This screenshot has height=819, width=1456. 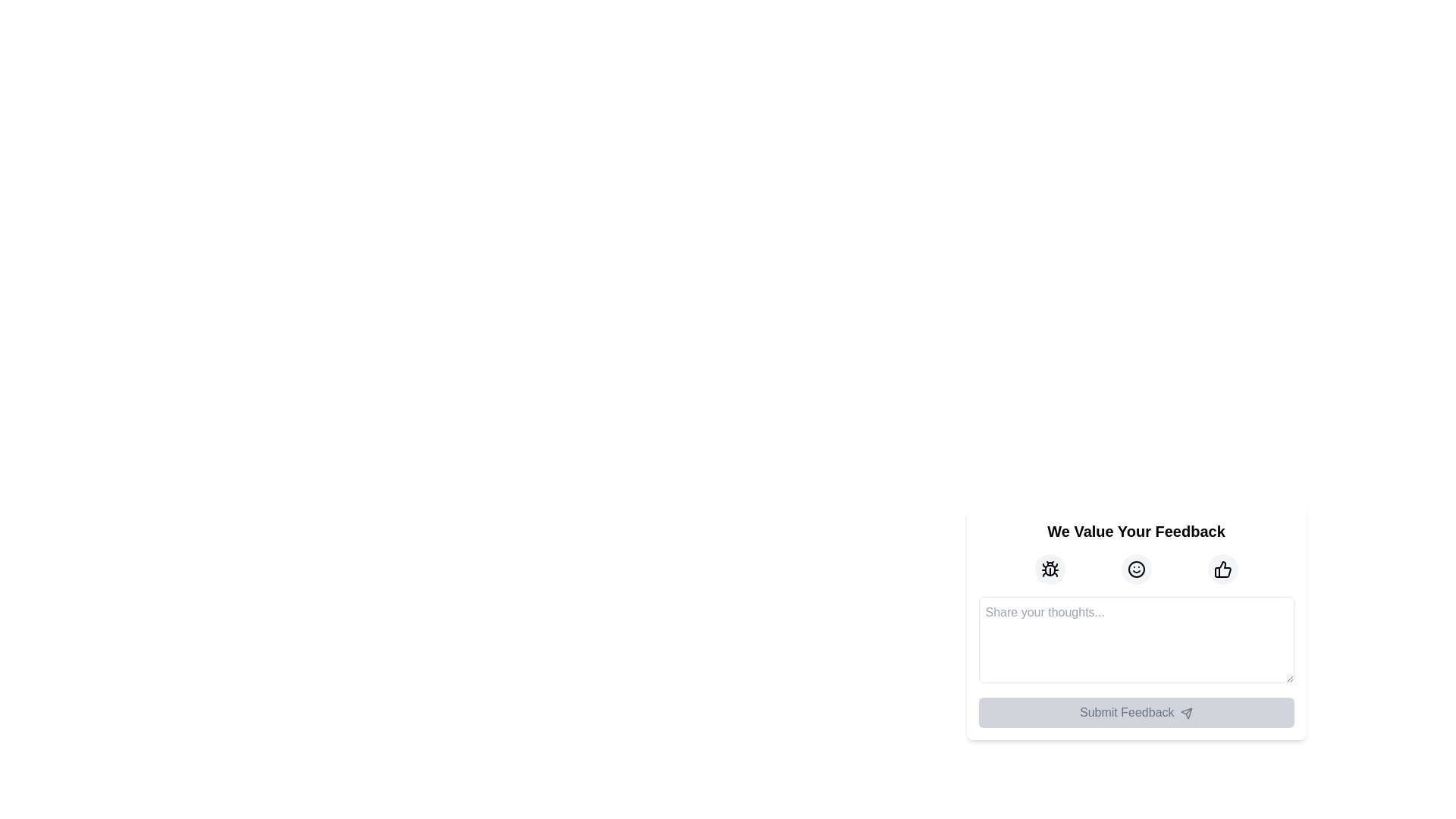 I want to click on the 'Submit Feedback' button, which is a rectangular button with a light gray background and rounded corners, so click(x=1136, y=713).